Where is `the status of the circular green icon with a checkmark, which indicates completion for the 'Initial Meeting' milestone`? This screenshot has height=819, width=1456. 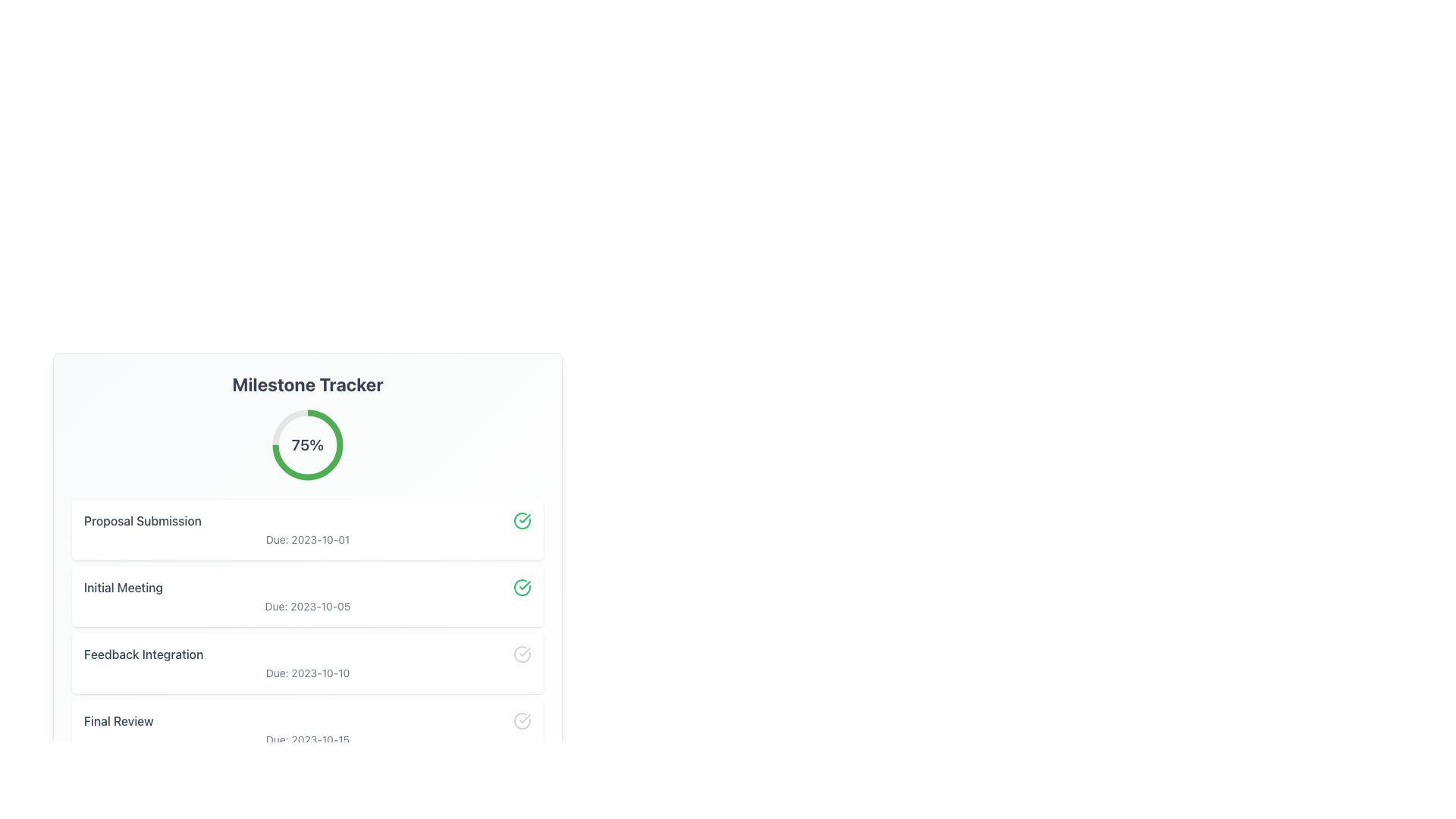
the status of the circular green icon with a checkmark, which indicates completion for the 'Initial Meeting' milestone is located at coordinates (522, 587).